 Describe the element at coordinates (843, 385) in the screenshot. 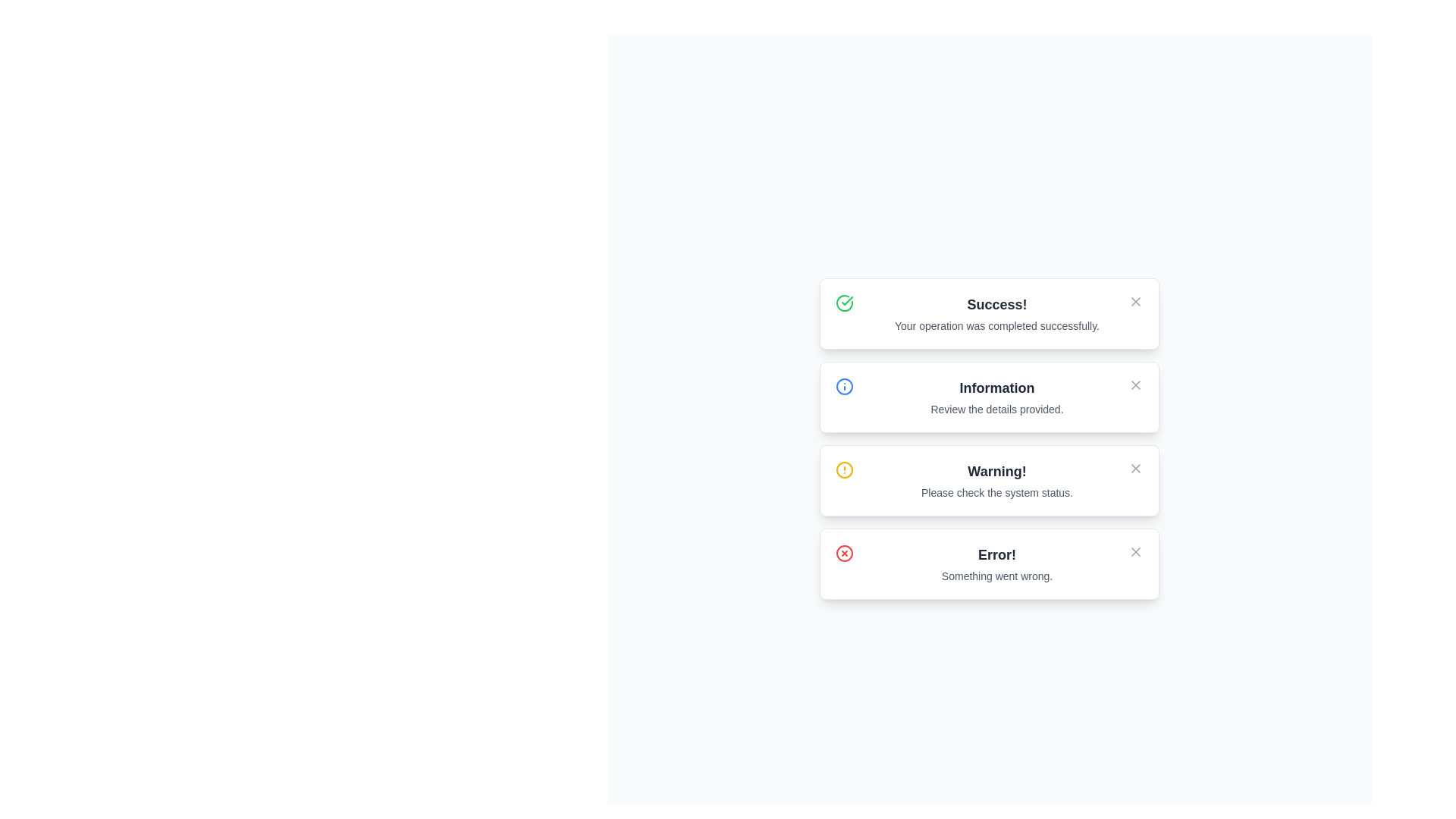

I see `the circular information icon with a blue outline located at the top-left corner of the 'Information' notification card, adjacent to the text 'Information Review the details provided.'` at that location.